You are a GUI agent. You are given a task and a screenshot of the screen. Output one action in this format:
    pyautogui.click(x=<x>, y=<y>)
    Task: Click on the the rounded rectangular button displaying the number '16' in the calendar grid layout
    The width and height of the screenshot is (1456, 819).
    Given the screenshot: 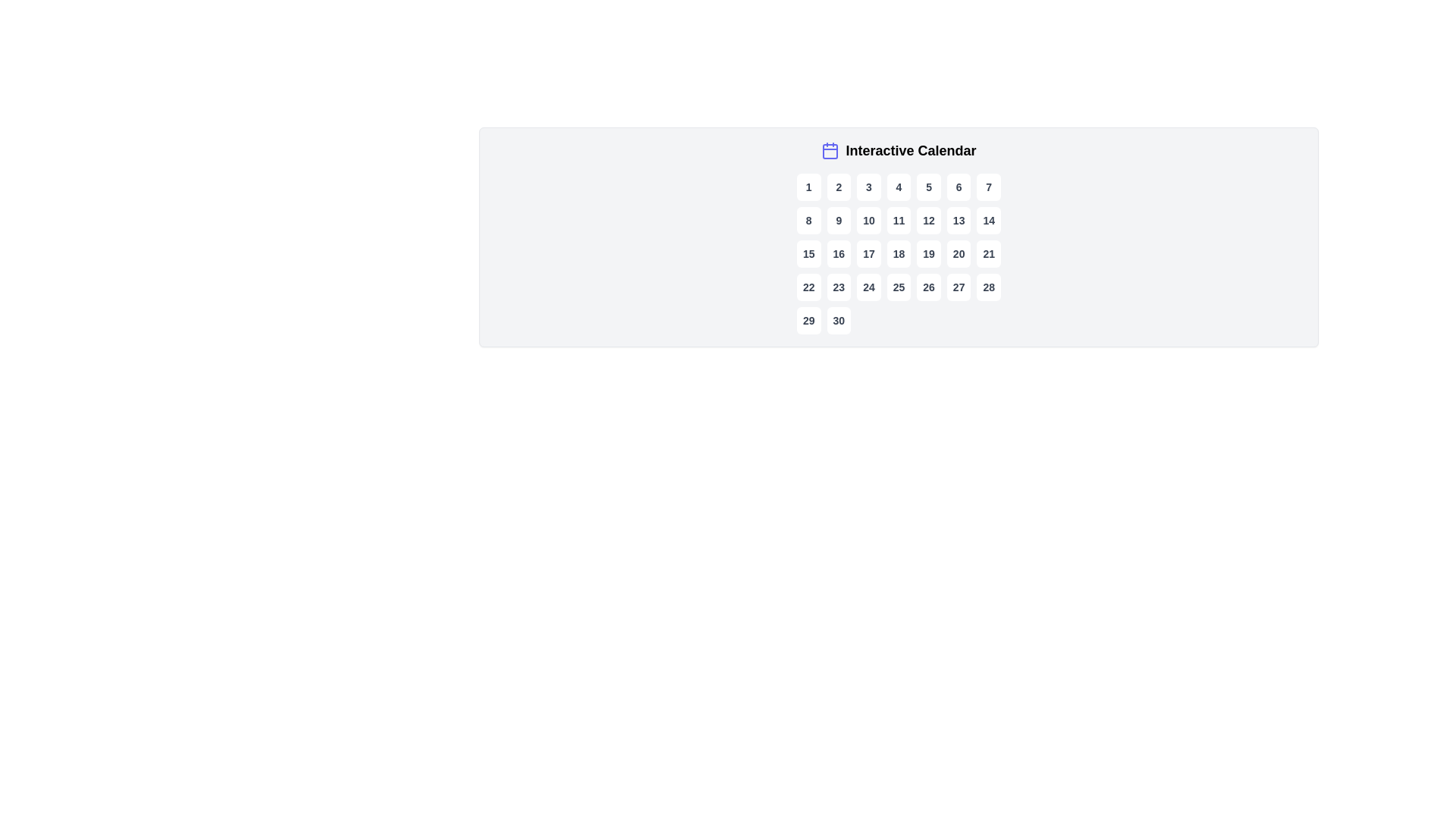 What is the action you would take?
    pyautogui.click(x=838, y=253)
    